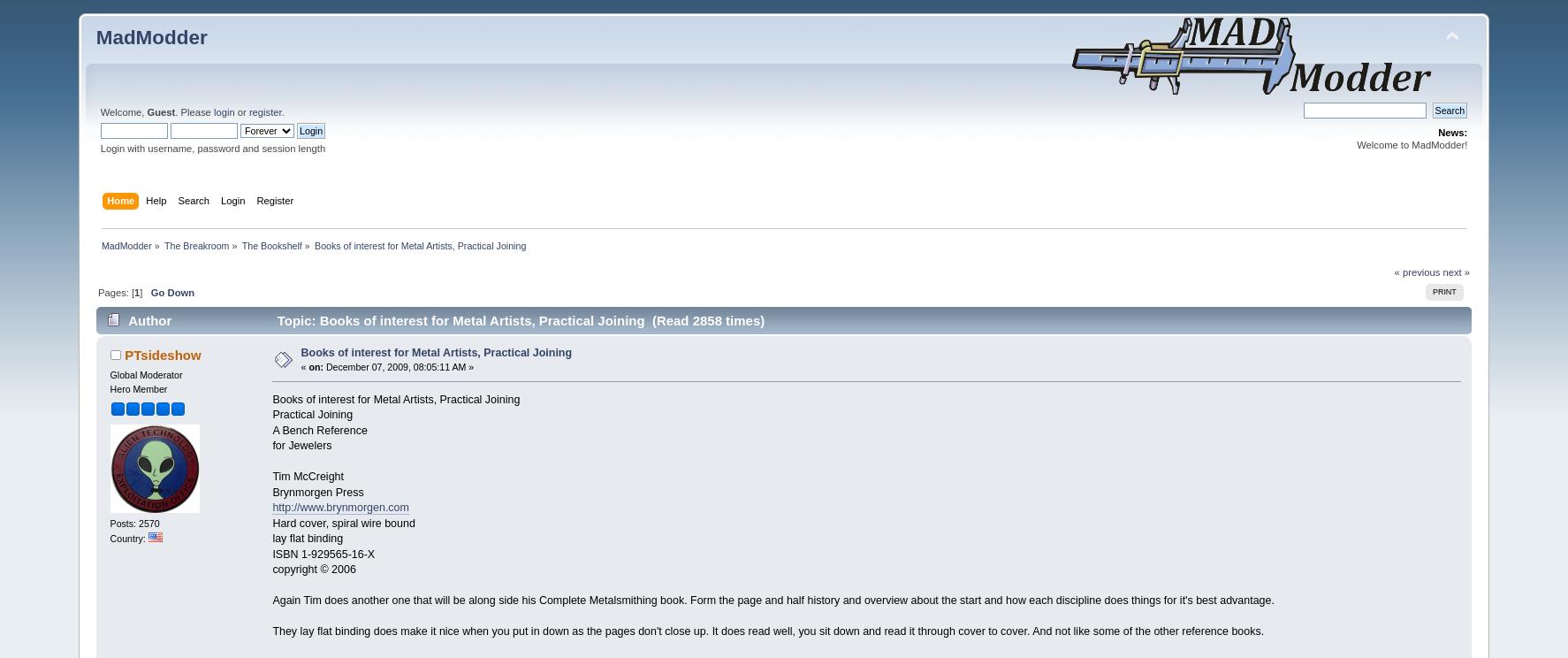 This screenshot has width=1568, height=658. I want to click on 'Posts: 2570', so click(110, 523).